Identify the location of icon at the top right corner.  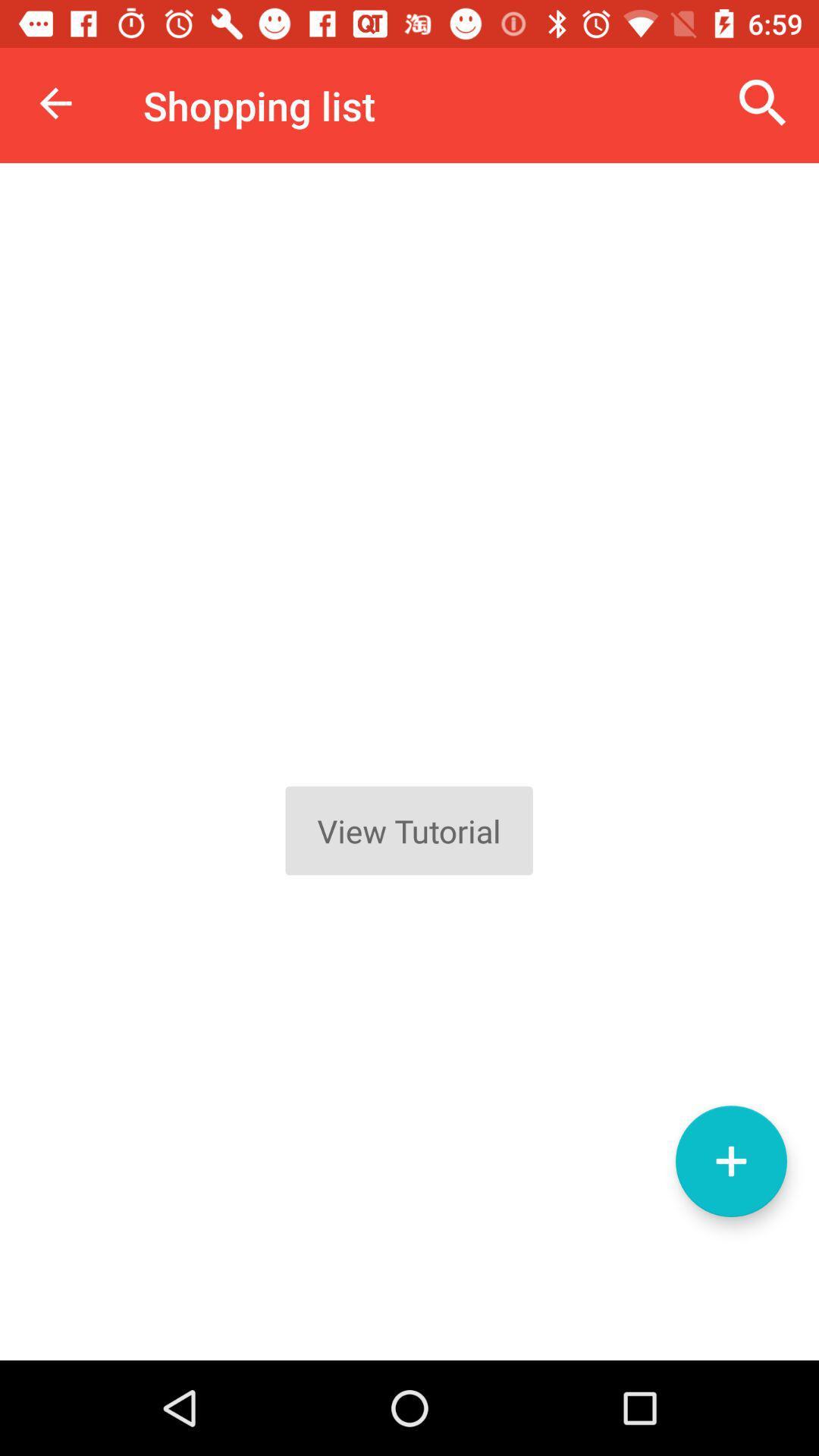
(763, 102).